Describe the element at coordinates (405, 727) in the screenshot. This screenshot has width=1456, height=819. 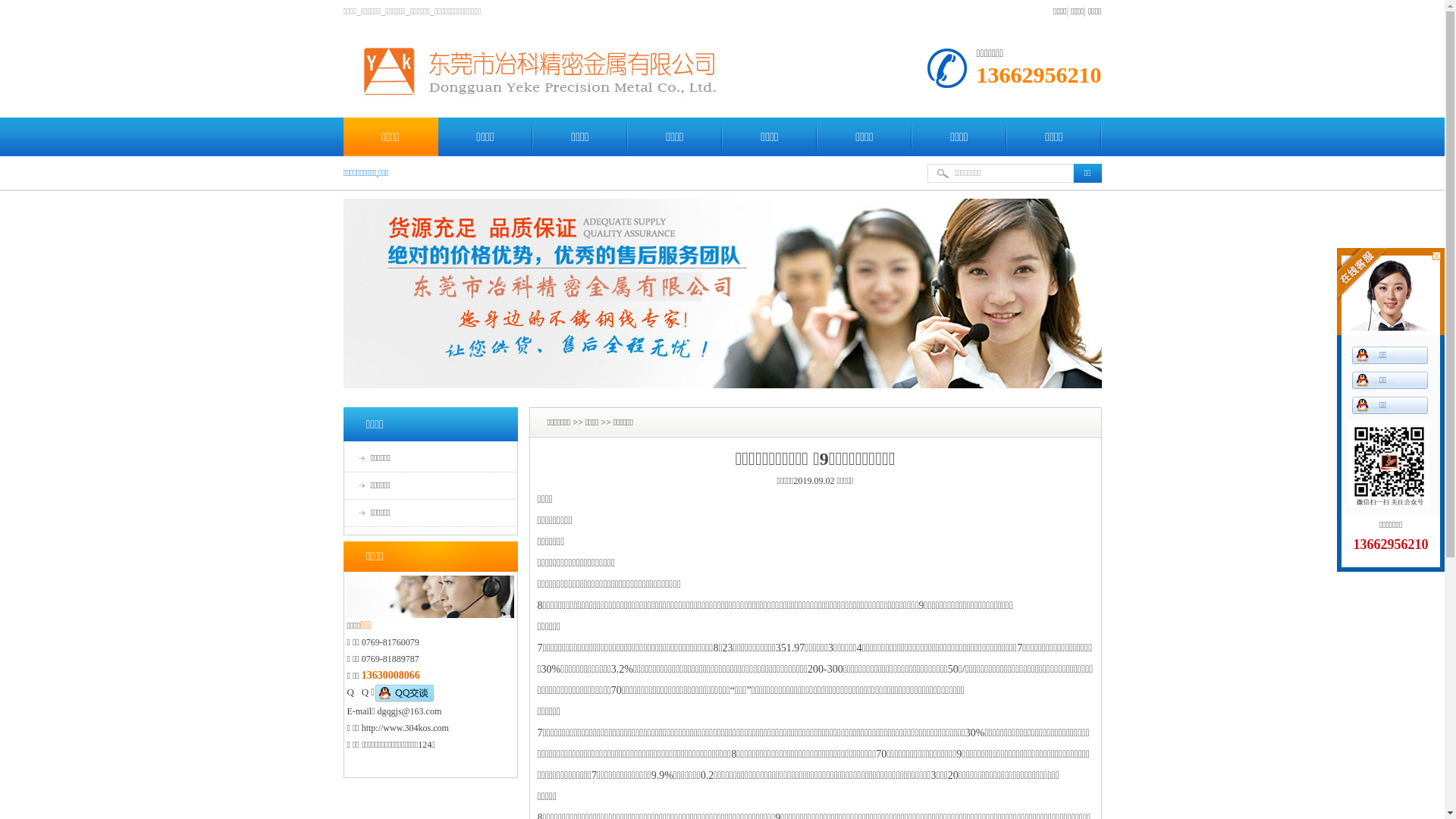
I see `'http://www.304kos.com'` at that location.